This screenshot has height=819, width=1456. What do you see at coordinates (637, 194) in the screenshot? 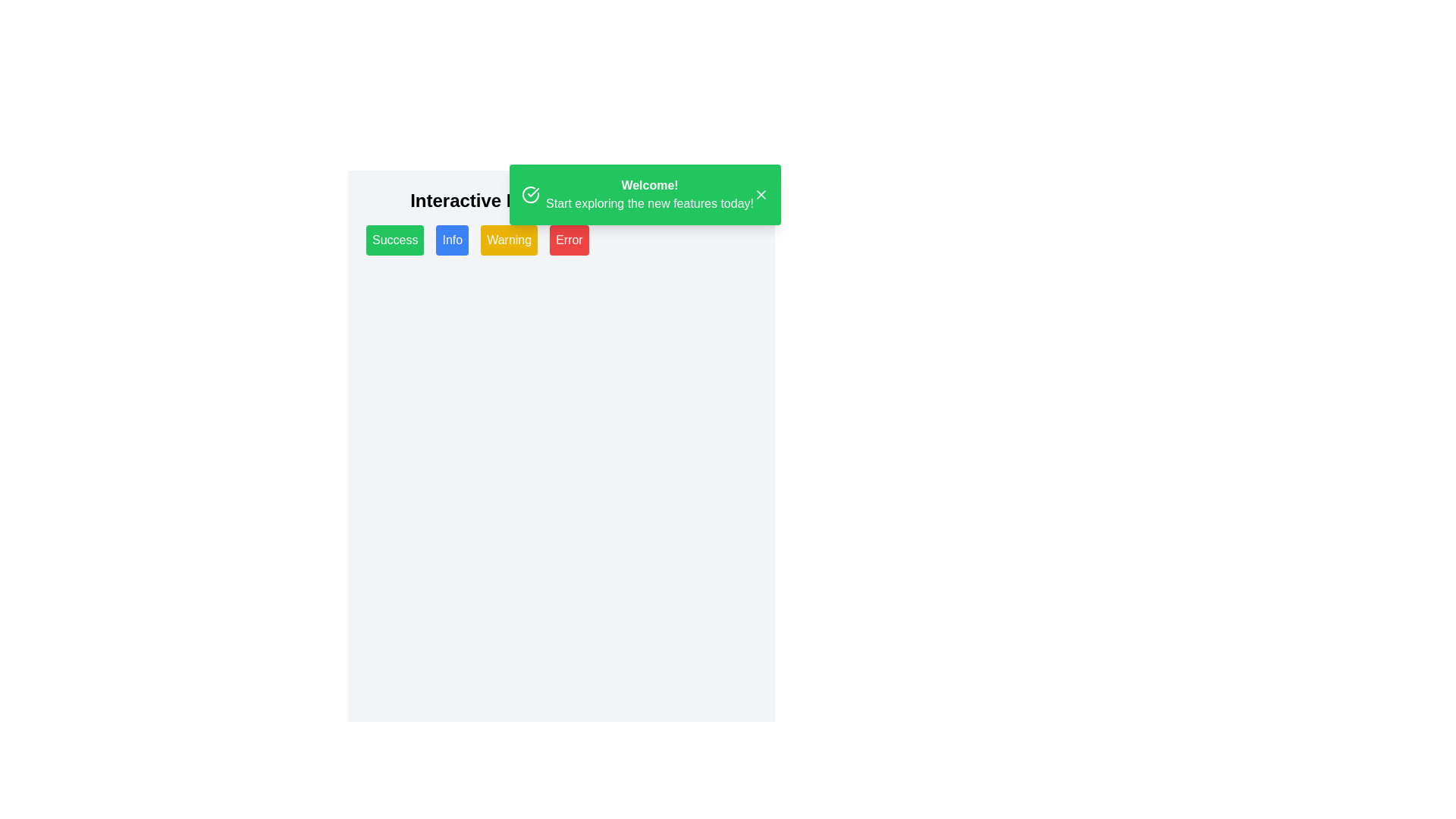
I see `the Message block located at the top-right section of the interface, which contains the text 'Welcome!' and 'Start exploring the new features today!' along with a circular checkmark icon` at bounding box center [637, 194].